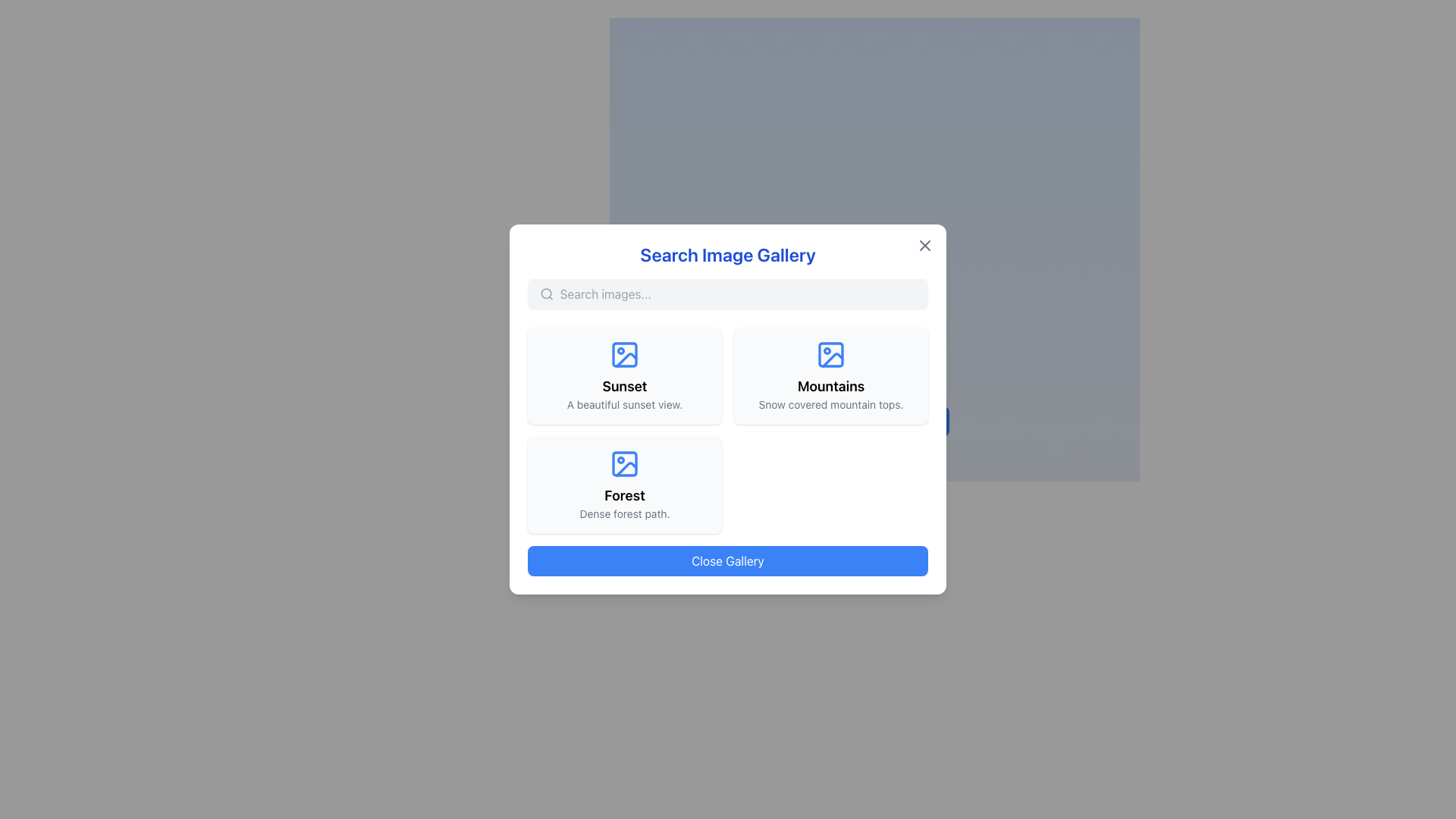  Describe the element at coordinates (625, 496) in the screenshot. I see `the text label that serves as the title for the selectable card representing the category 'Forest' in the image gallery` at that location.